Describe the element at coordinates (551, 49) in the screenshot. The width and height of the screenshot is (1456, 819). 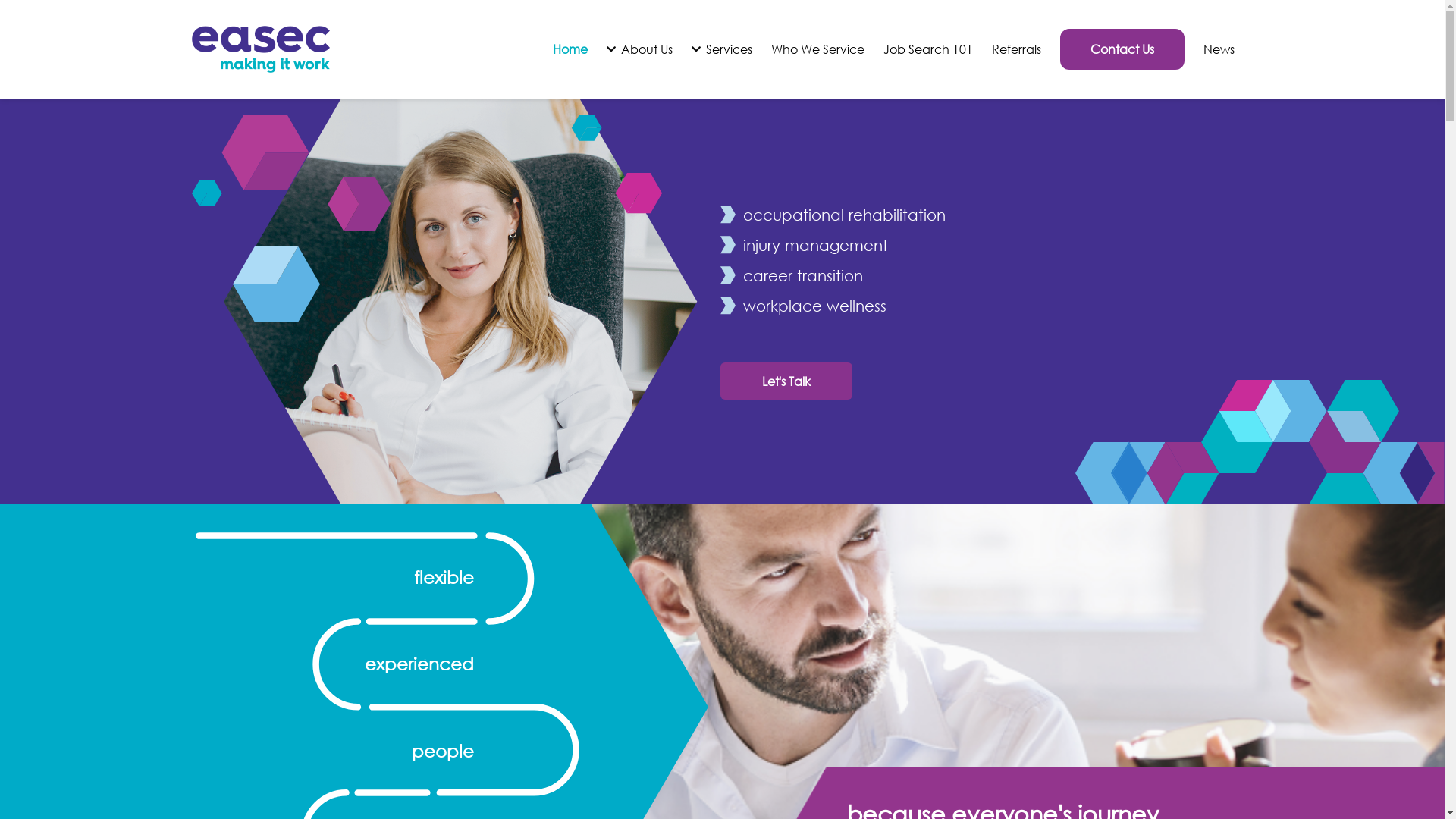
I see `'Home'` at that location.